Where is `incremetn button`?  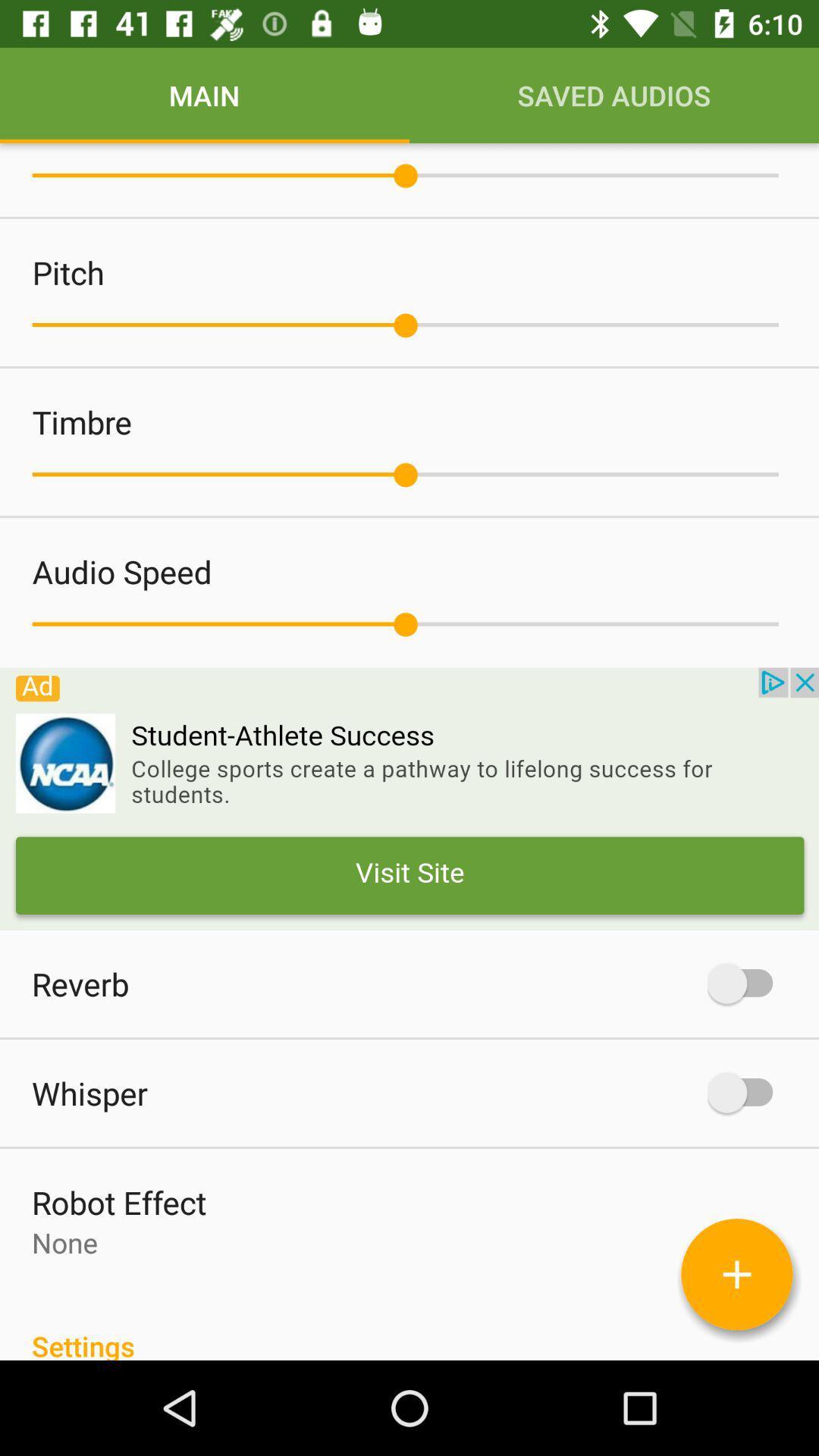
incremetn button is located at coordinates (736, 1274).